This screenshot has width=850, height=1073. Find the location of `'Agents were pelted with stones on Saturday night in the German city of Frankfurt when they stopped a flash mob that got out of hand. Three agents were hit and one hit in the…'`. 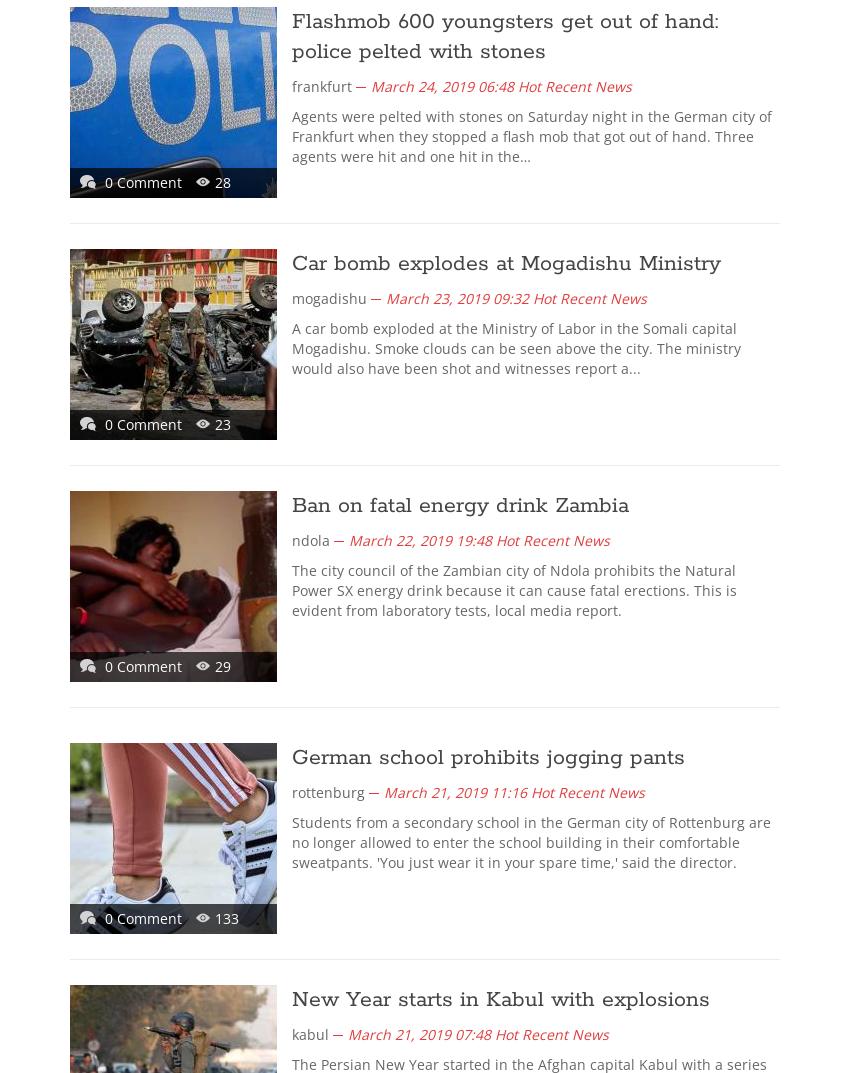

'Agents were pelted with stones on Saturday night in the German city of Frankfurt when they stopped a flash mob that got out of hand. Three agents were hit and one hit in the…' is located at coordinates (290, 135).